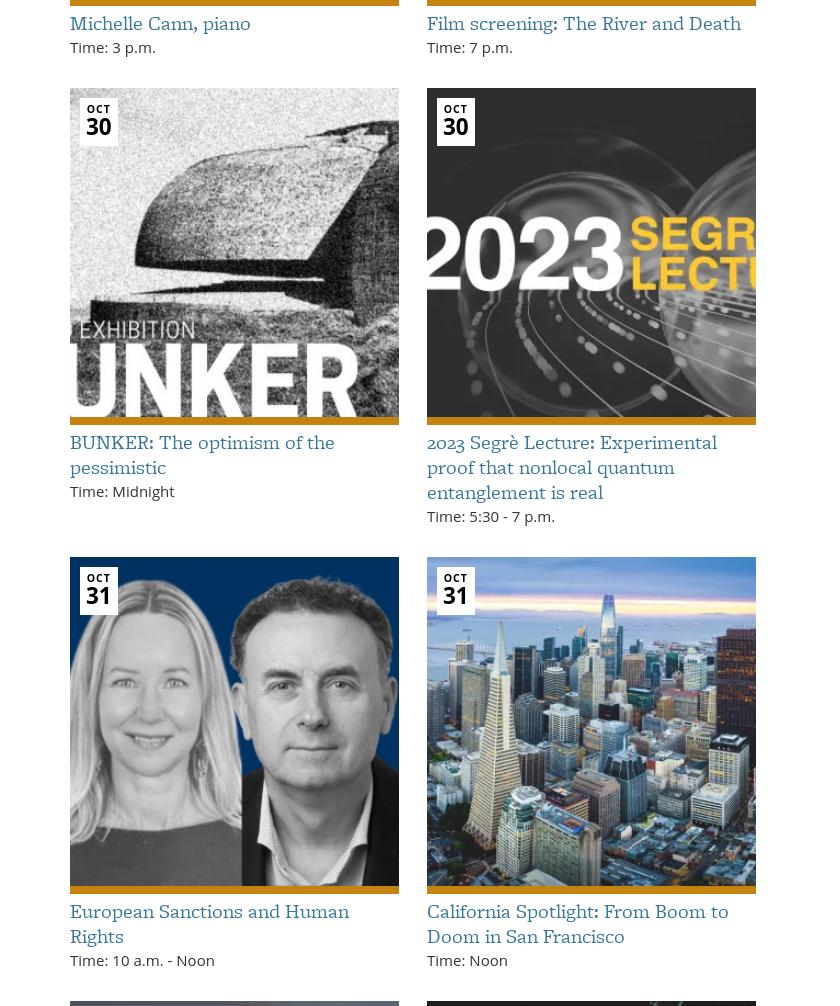 This screenshot has width=840, height=1006. What do you see at coordinates (120, 489) in the screenshot?
I see `'Time: Midnight'` at bounding box center [120, 489].